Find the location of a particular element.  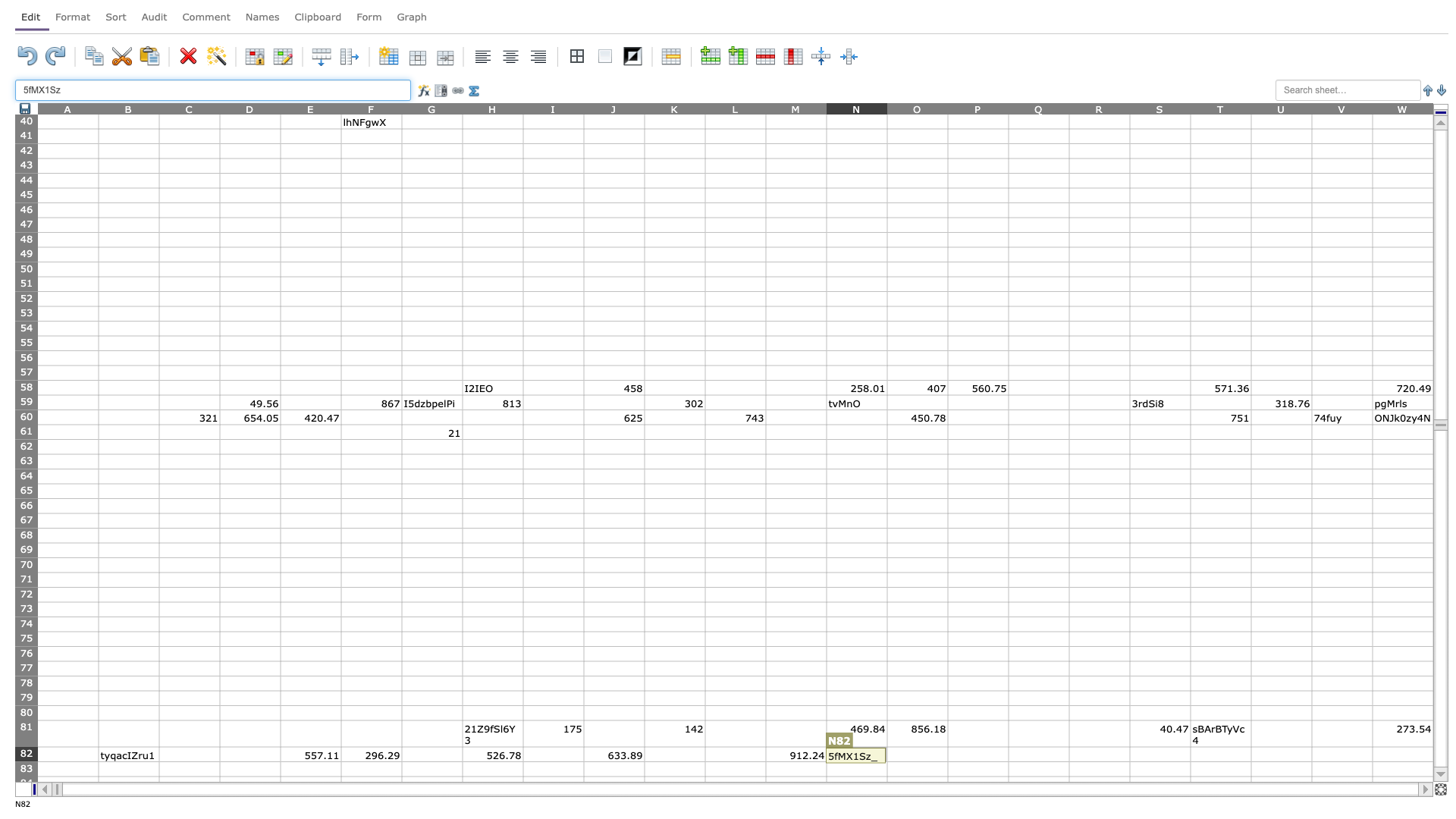

right edge of P82 is located at coordinates (1008, 754).